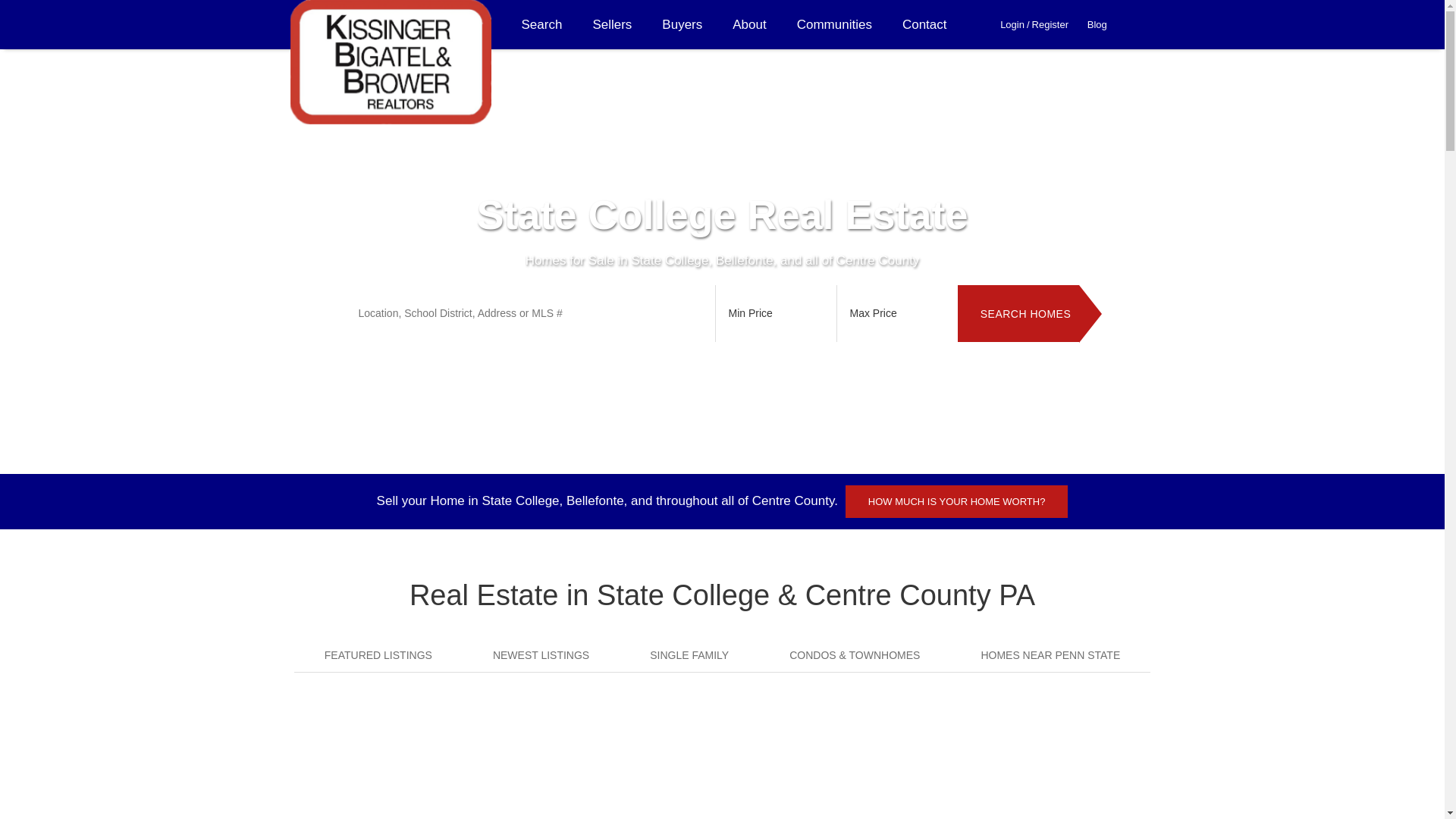 This screenshot has width=1456, height=819. Describe the element at coordinates (956, 501) in the screenshot. I see `'HOW MUCH IS YOUR HOME WORTH?'` at that location.